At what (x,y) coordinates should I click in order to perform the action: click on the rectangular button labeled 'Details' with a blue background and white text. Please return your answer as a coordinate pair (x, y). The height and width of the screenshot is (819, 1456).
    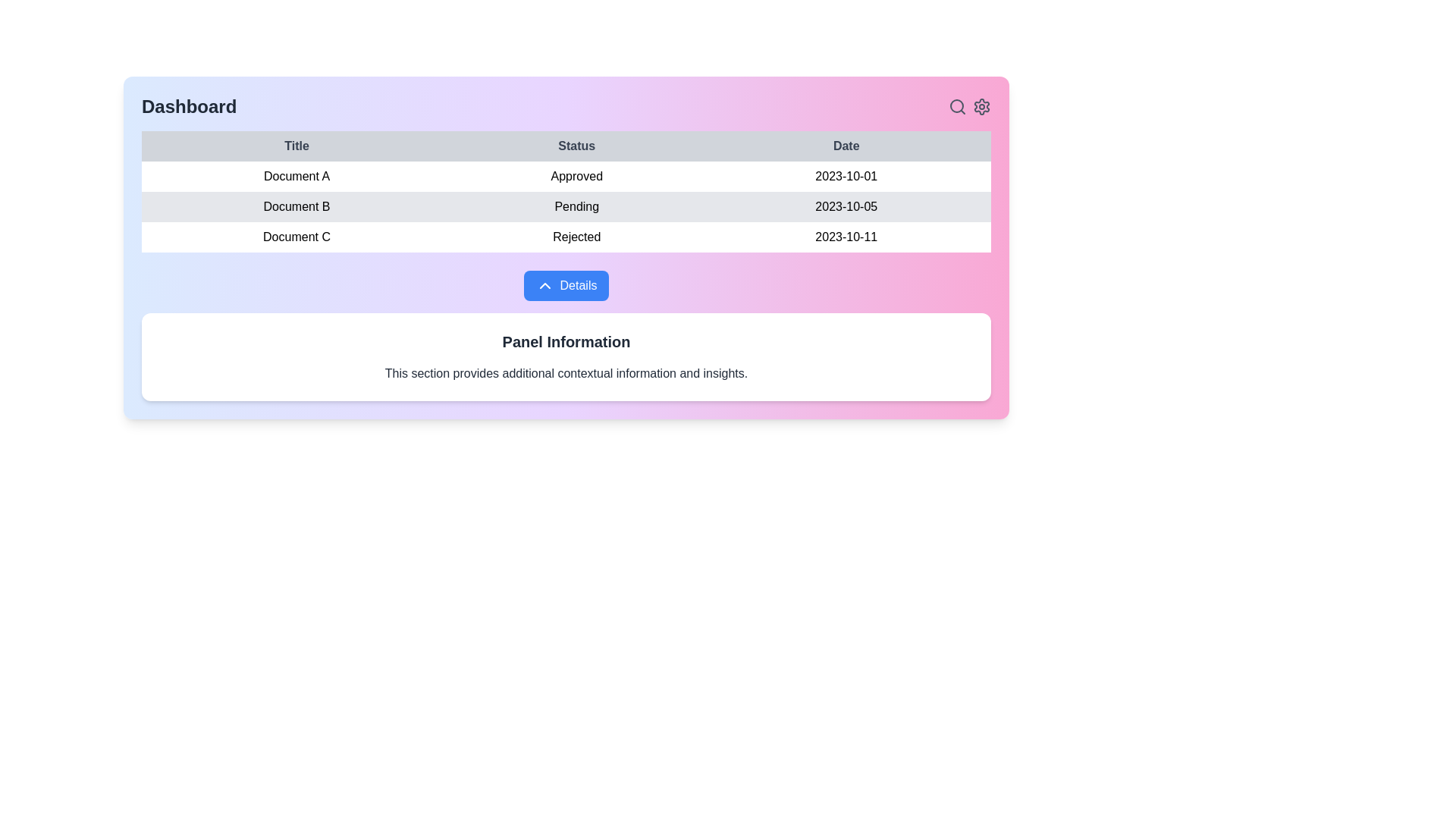
    Looking at the image, I should click on (566, 286).